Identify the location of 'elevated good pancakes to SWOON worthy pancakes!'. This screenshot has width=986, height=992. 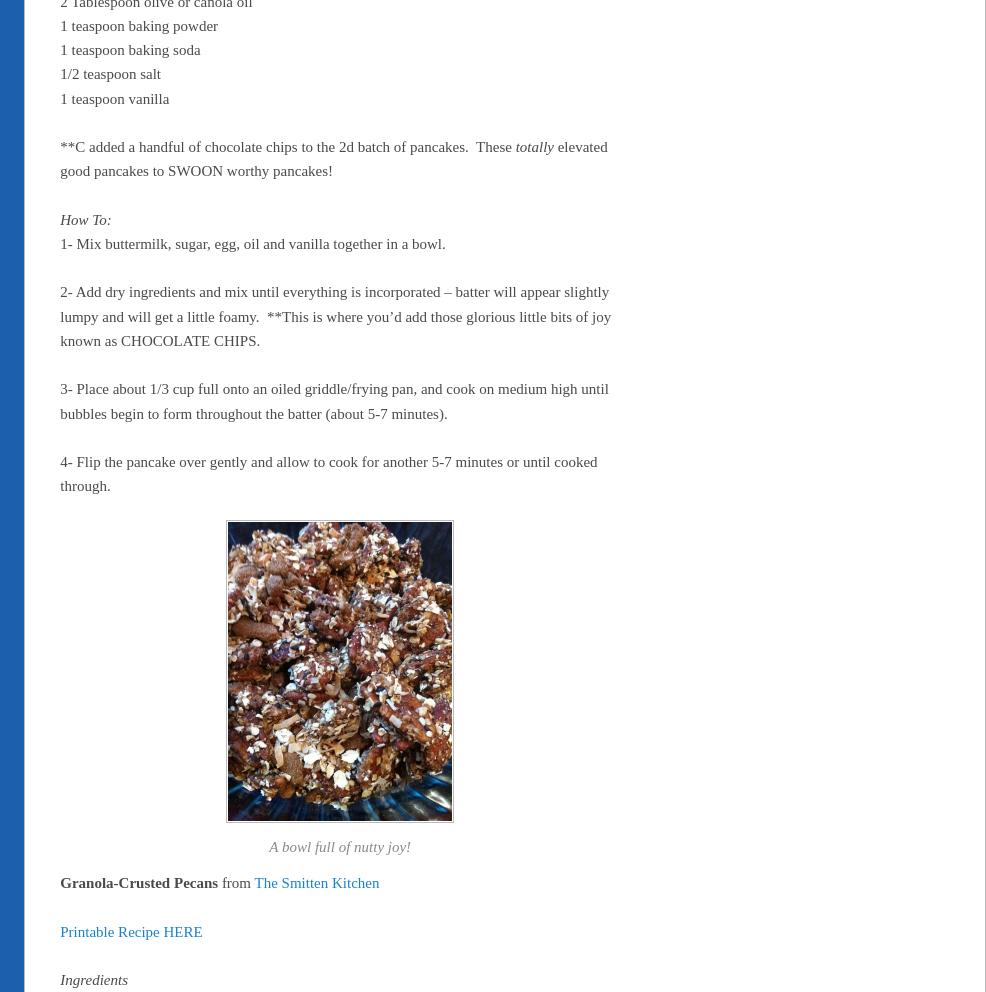
(332, 159).